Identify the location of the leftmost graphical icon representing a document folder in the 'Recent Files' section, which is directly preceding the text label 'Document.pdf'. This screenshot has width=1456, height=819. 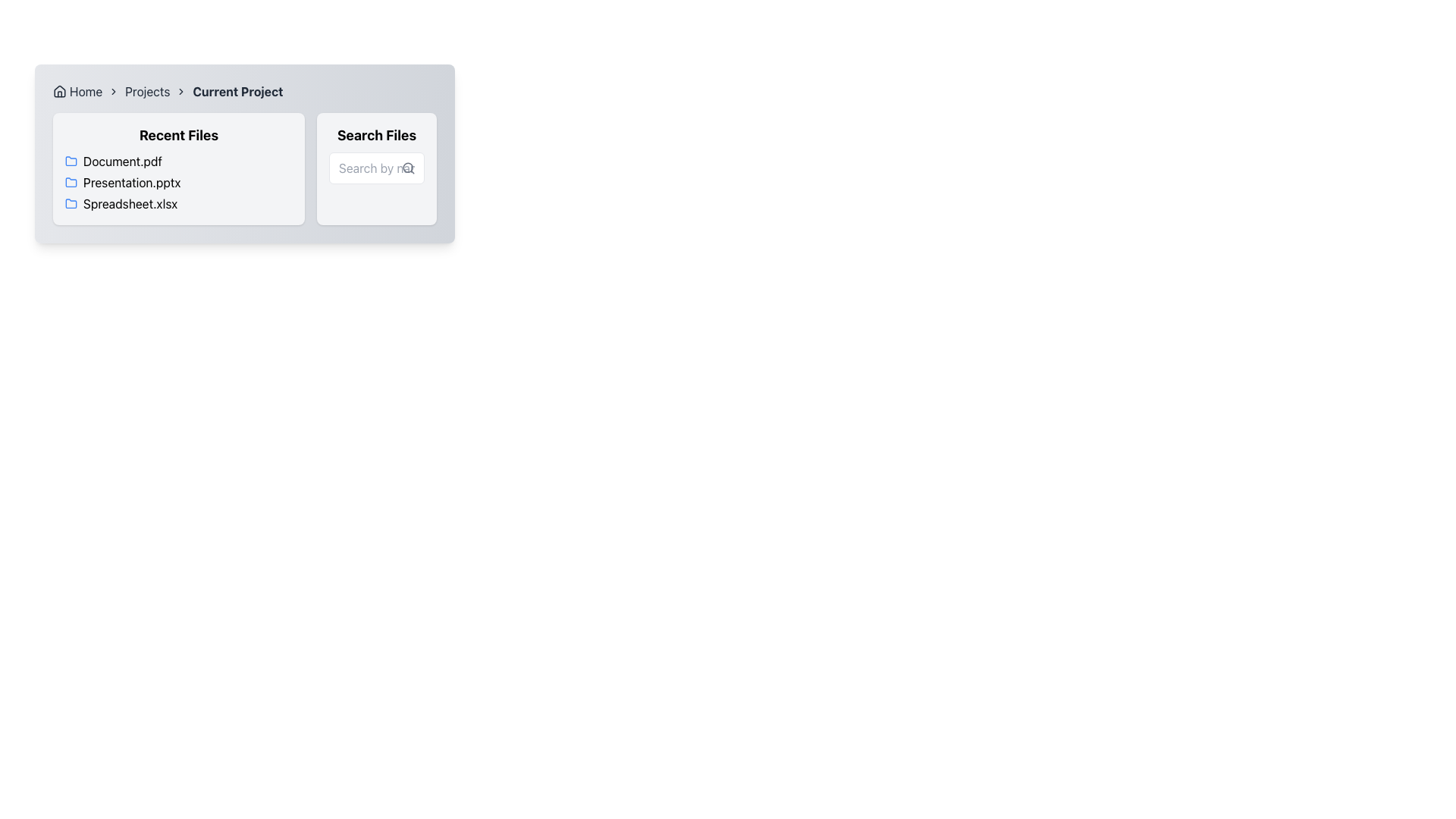
(71, 161).